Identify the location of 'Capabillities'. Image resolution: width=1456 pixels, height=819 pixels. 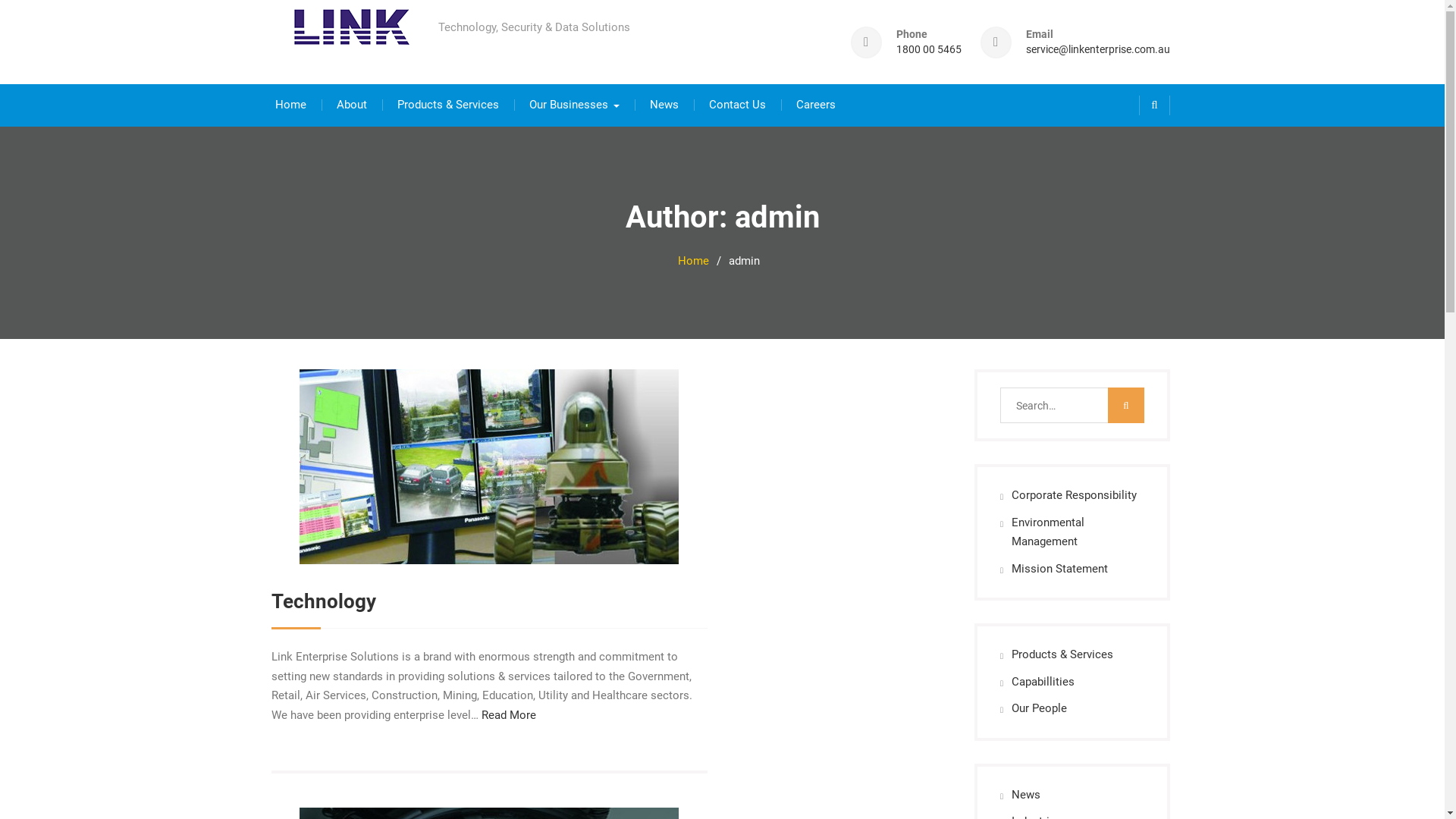
(1012, 680).